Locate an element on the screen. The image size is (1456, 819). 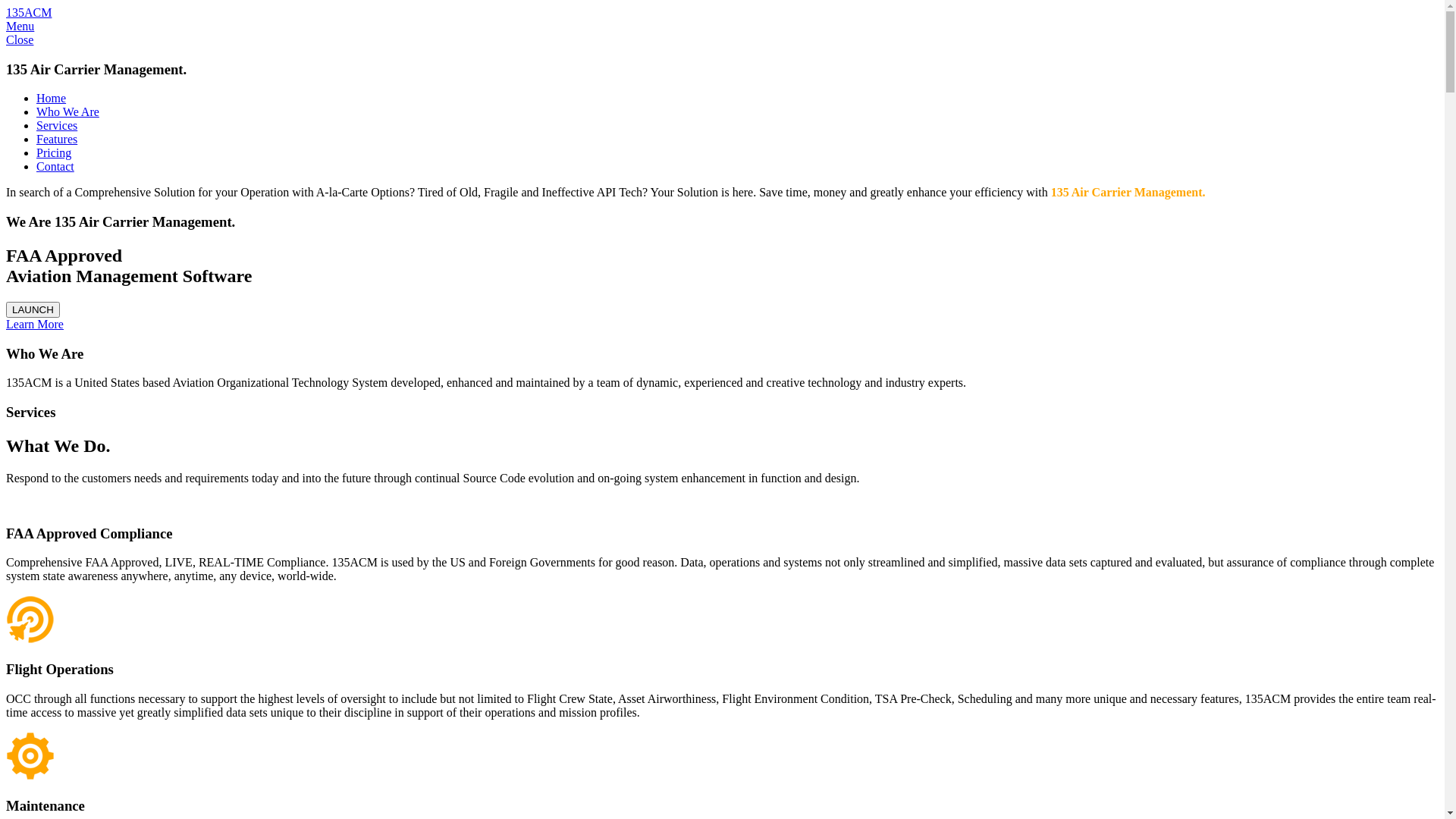
'Learn More' is located at coordinates (35, 323).